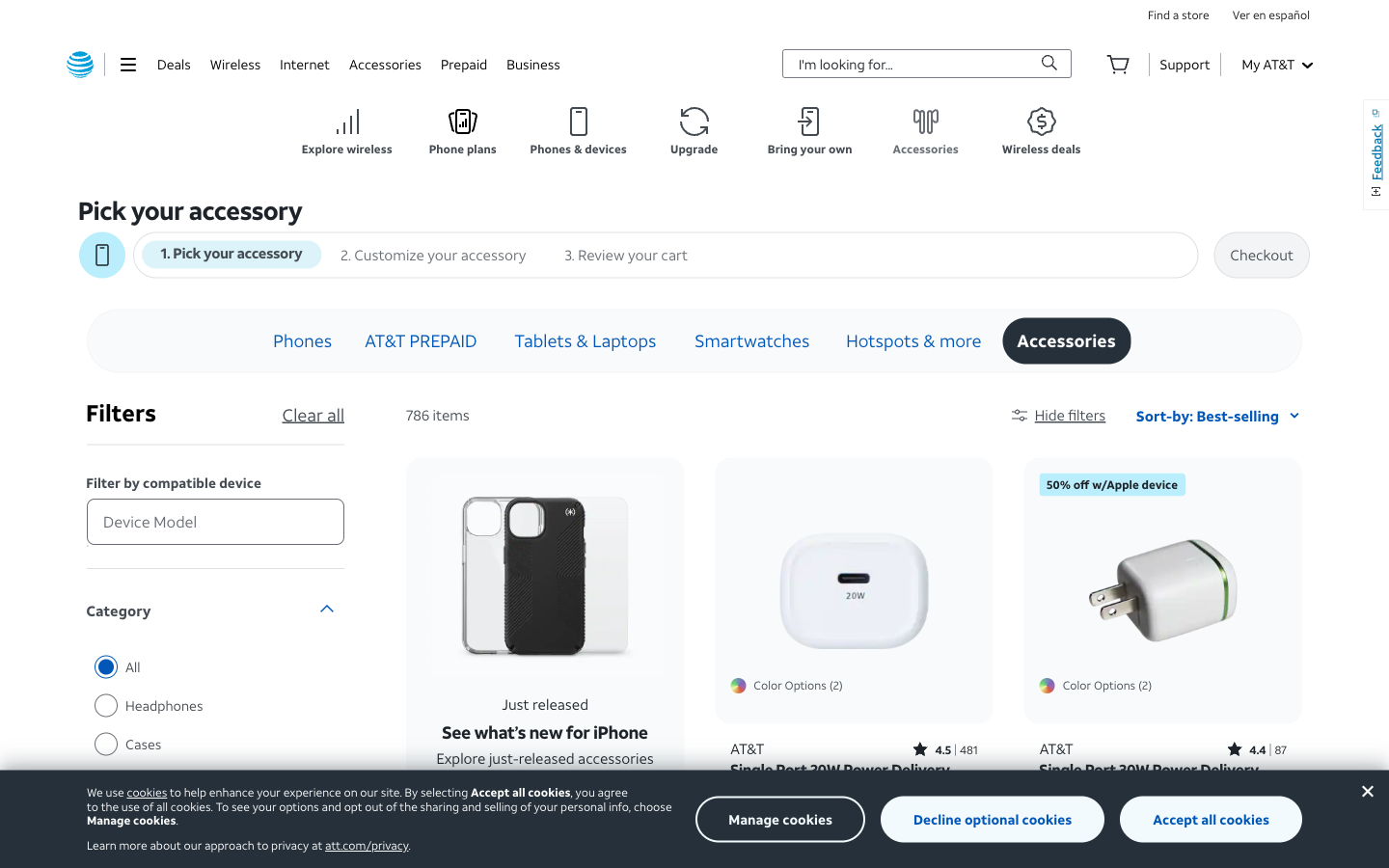 The image size is (1389, 868). What do you see at coordinates (173, 63) in the screenshot?
I see `Explore all the different categories under deals` at bounding box center [173, 63].